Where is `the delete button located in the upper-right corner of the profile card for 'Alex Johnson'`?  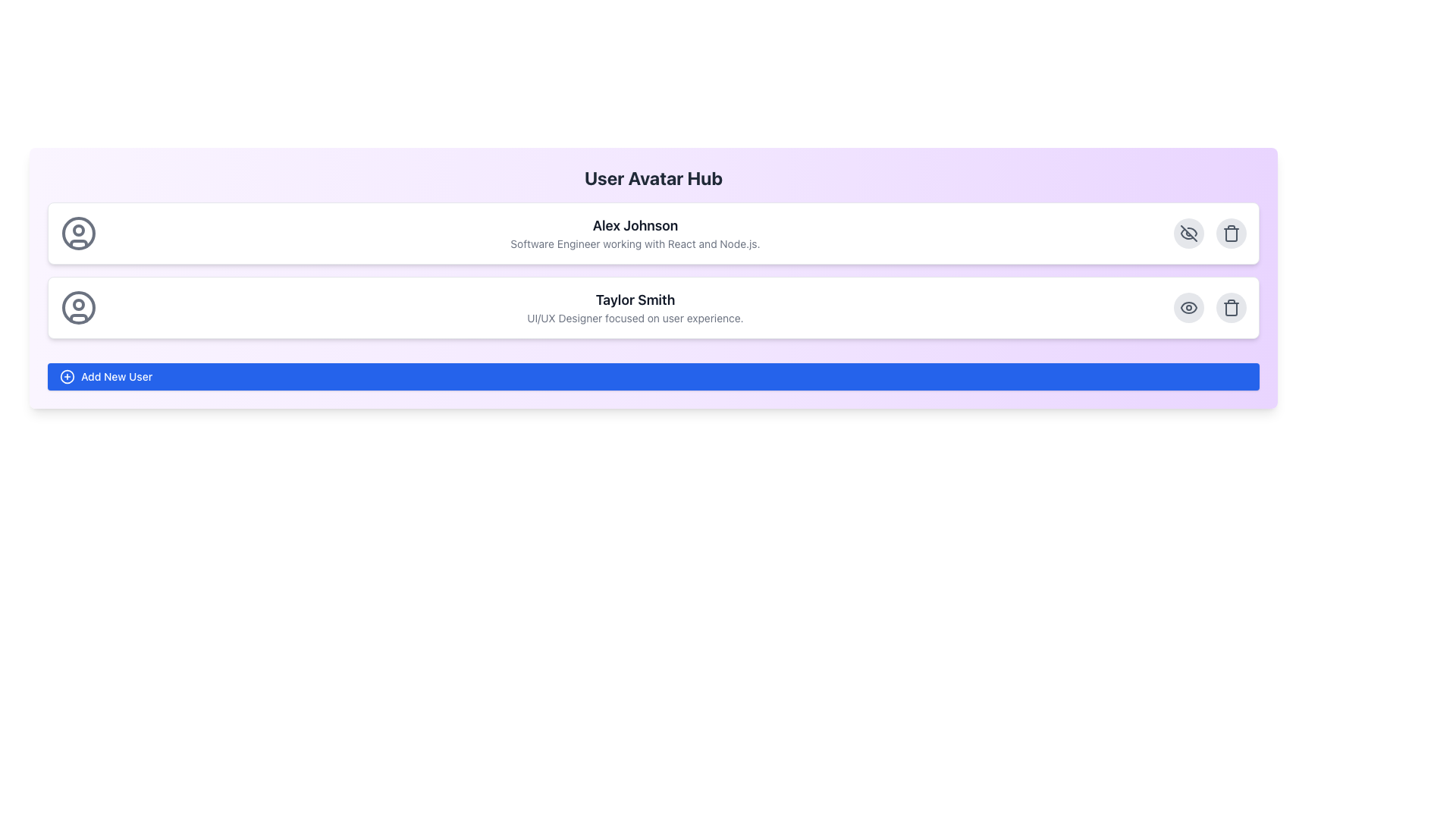 the delete button located in the upper-right corner of the profile card for 'Alex Johnson' is located at coordinates (1231, 234).